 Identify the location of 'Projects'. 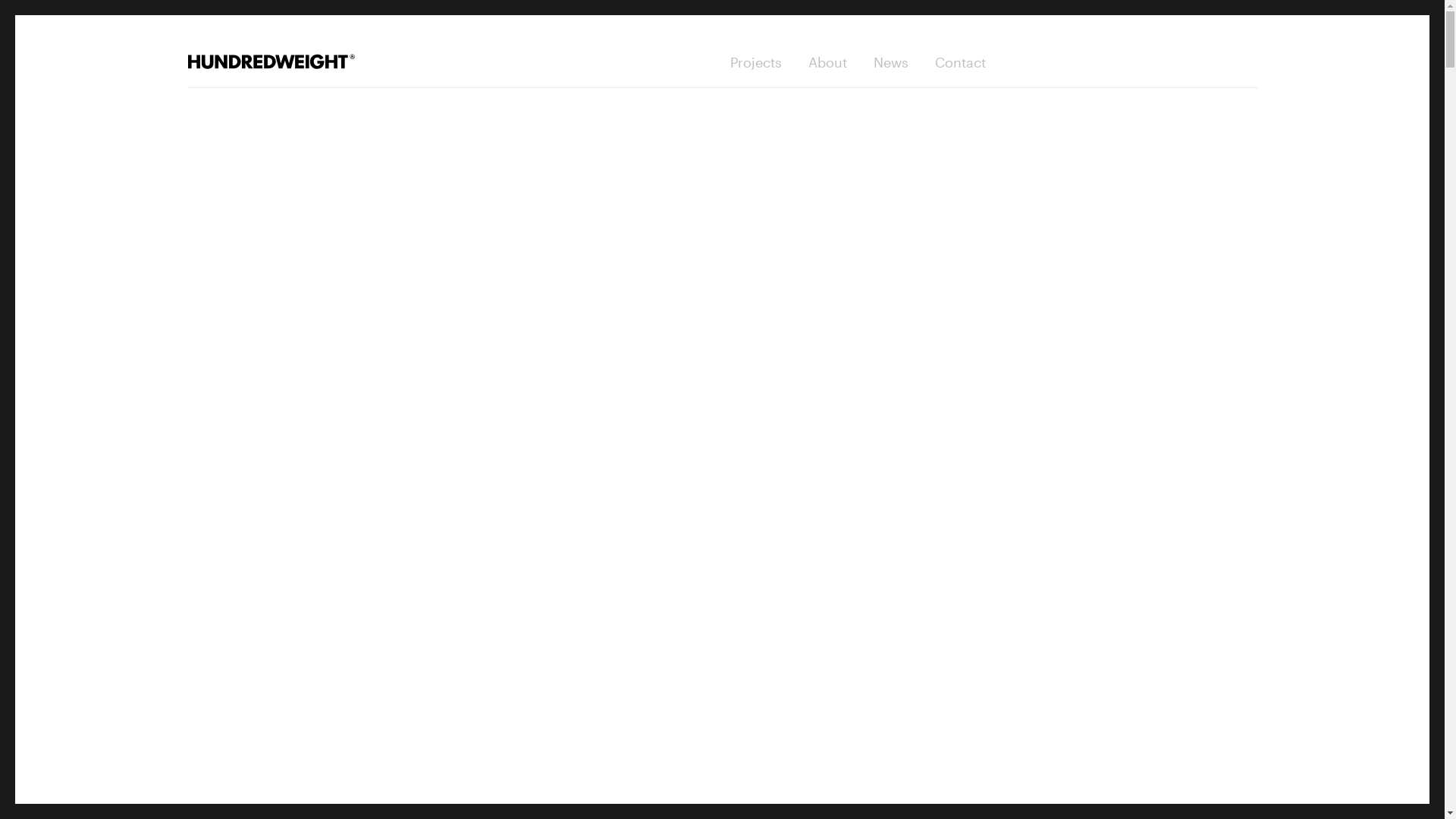
(755, 61).